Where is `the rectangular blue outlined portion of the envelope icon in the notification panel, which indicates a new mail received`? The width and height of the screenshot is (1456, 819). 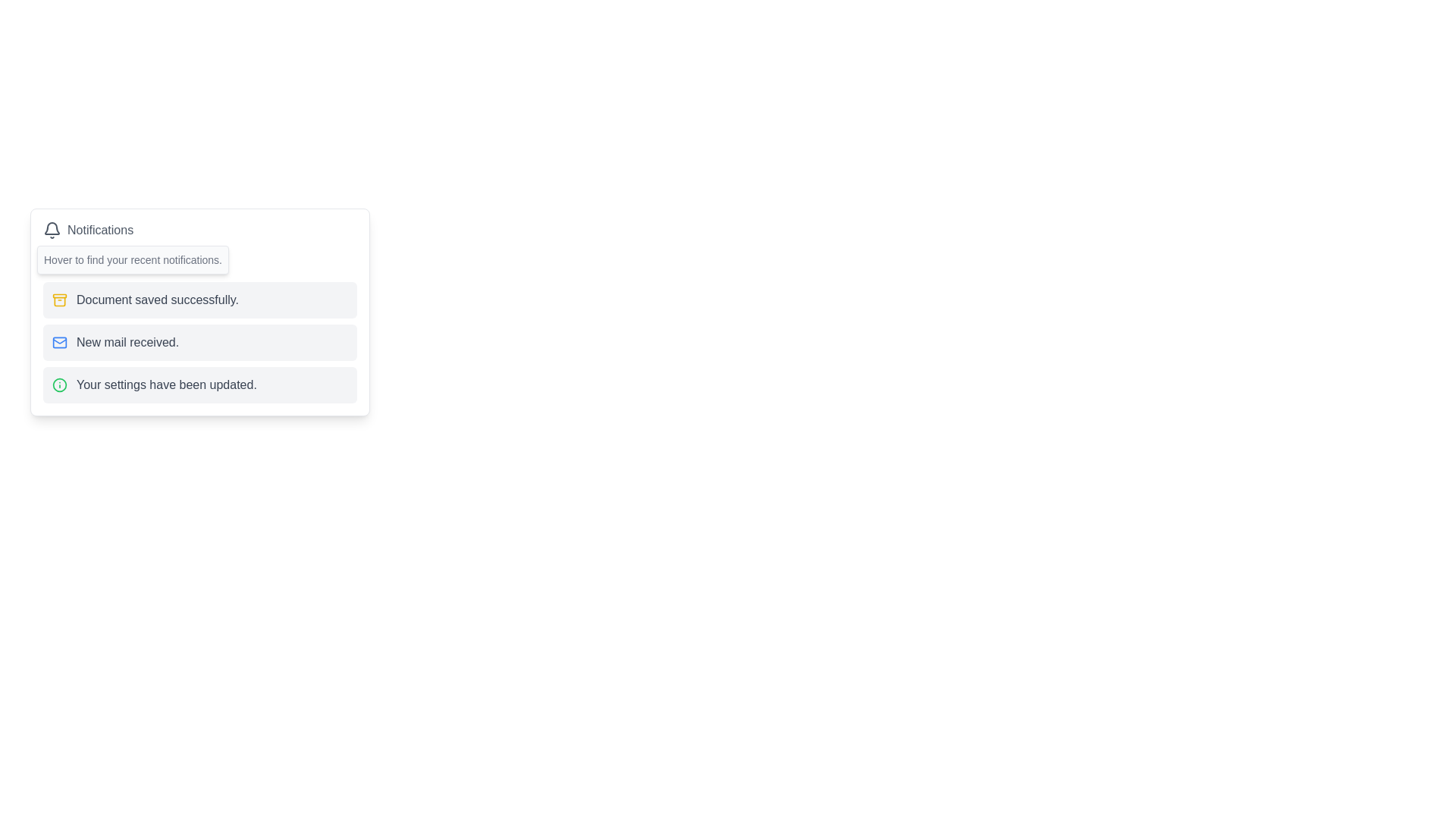
the rectangular blue outlined portion of the envelope icon in the notification panel, which indicates a new mail received is located at coordinates (59, 342).